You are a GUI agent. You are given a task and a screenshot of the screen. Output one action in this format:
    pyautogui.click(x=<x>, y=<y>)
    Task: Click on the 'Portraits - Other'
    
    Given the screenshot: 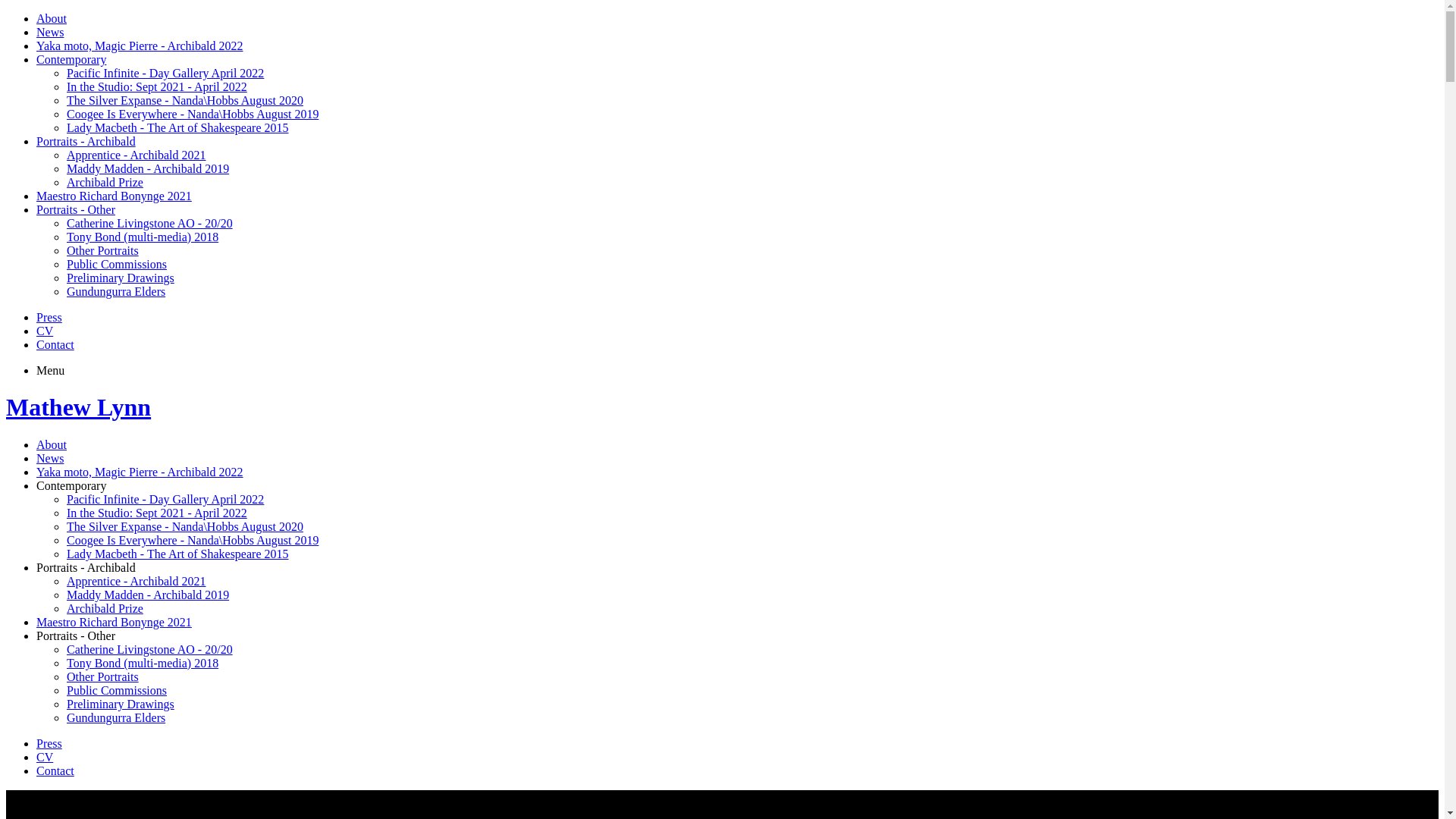 What is the action you would take?
    pyautogui.click(x=75, y=209)
    